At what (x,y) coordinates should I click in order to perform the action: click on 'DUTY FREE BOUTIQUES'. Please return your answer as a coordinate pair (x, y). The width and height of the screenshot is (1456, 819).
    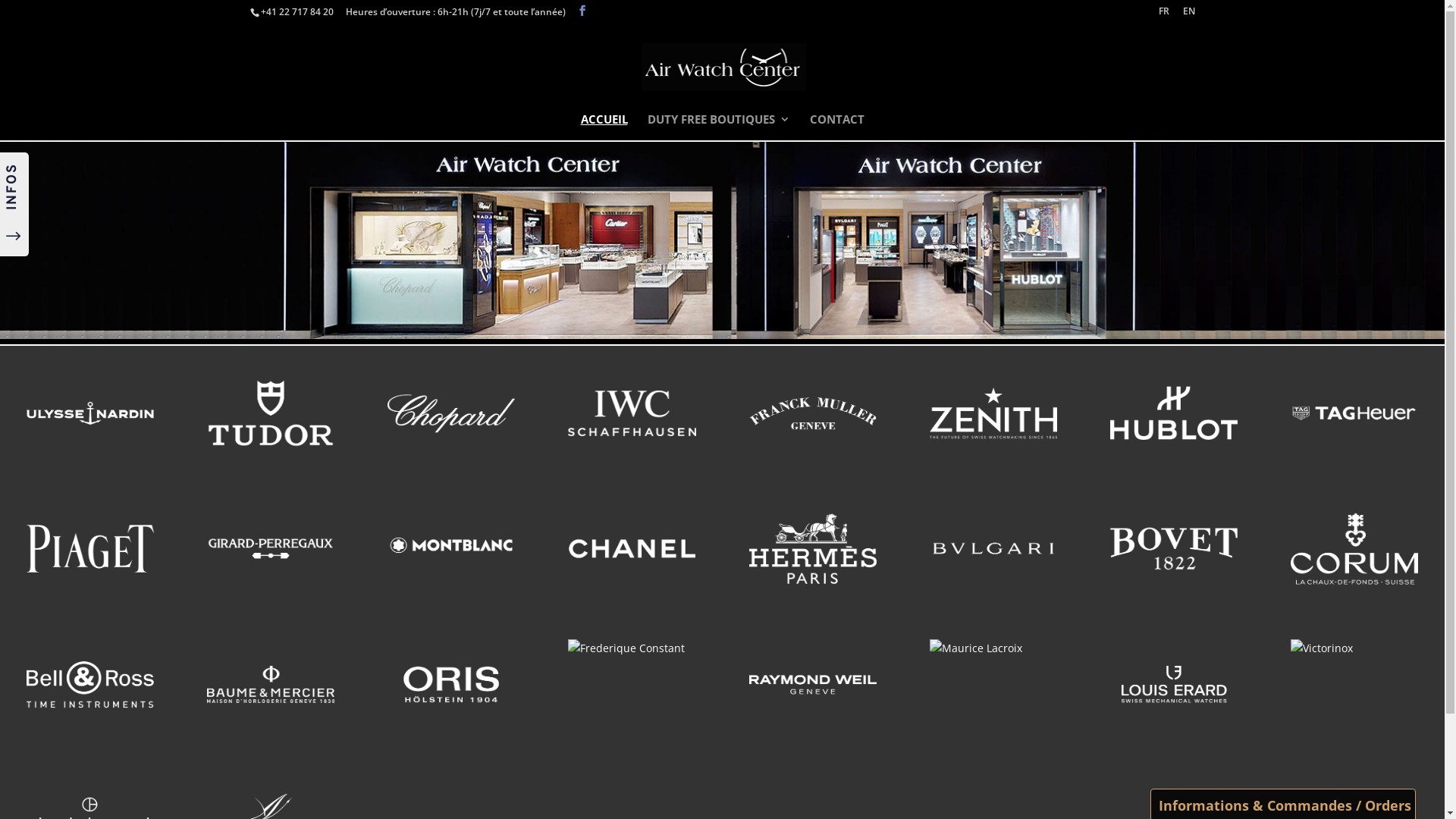
    Looking at the image, I should click on (718, 126).